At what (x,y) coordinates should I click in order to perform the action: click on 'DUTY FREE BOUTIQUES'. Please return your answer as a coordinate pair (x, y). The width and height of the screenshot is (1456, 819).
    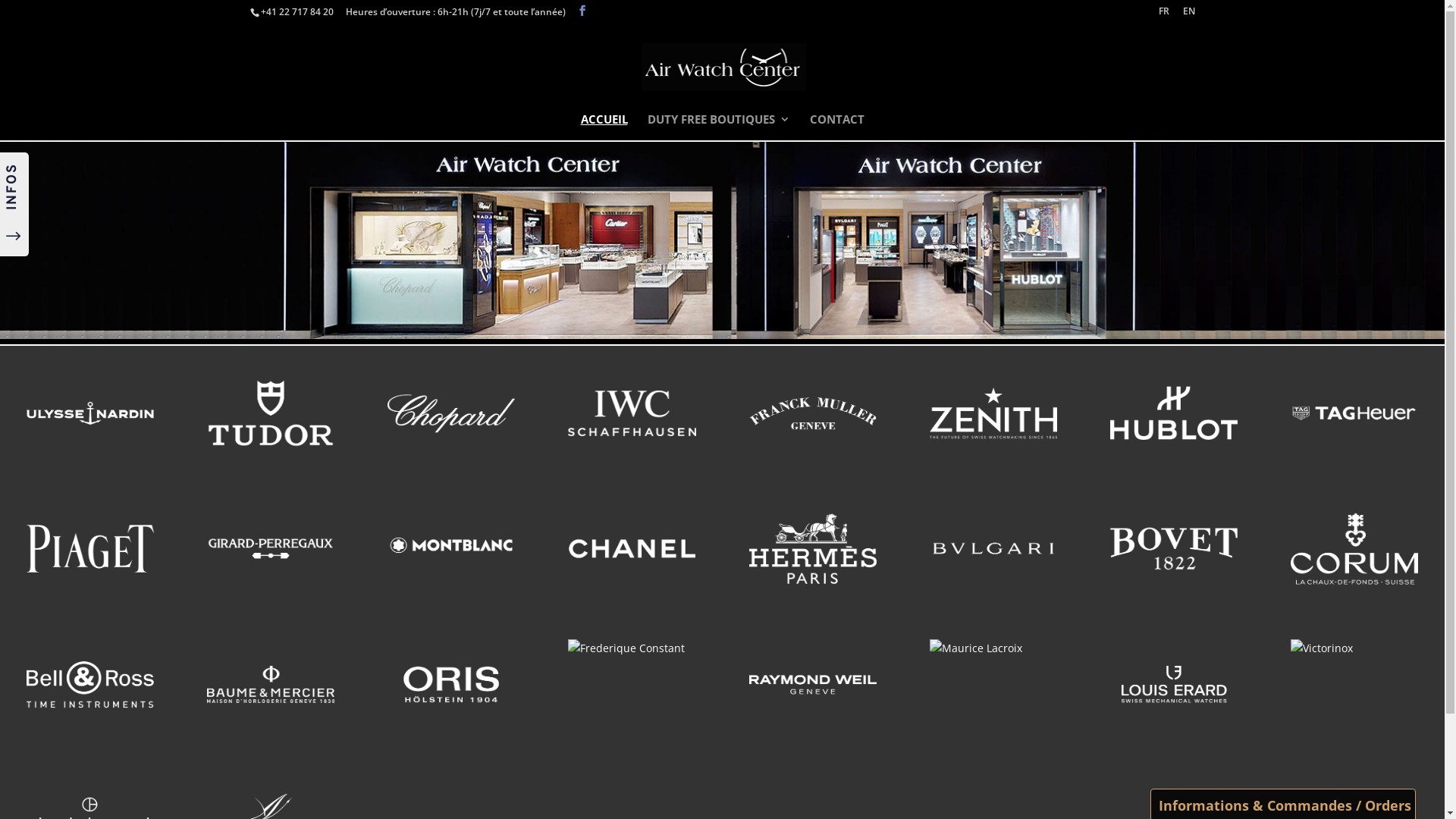
    Looking at the image, I should click on (718, 126).